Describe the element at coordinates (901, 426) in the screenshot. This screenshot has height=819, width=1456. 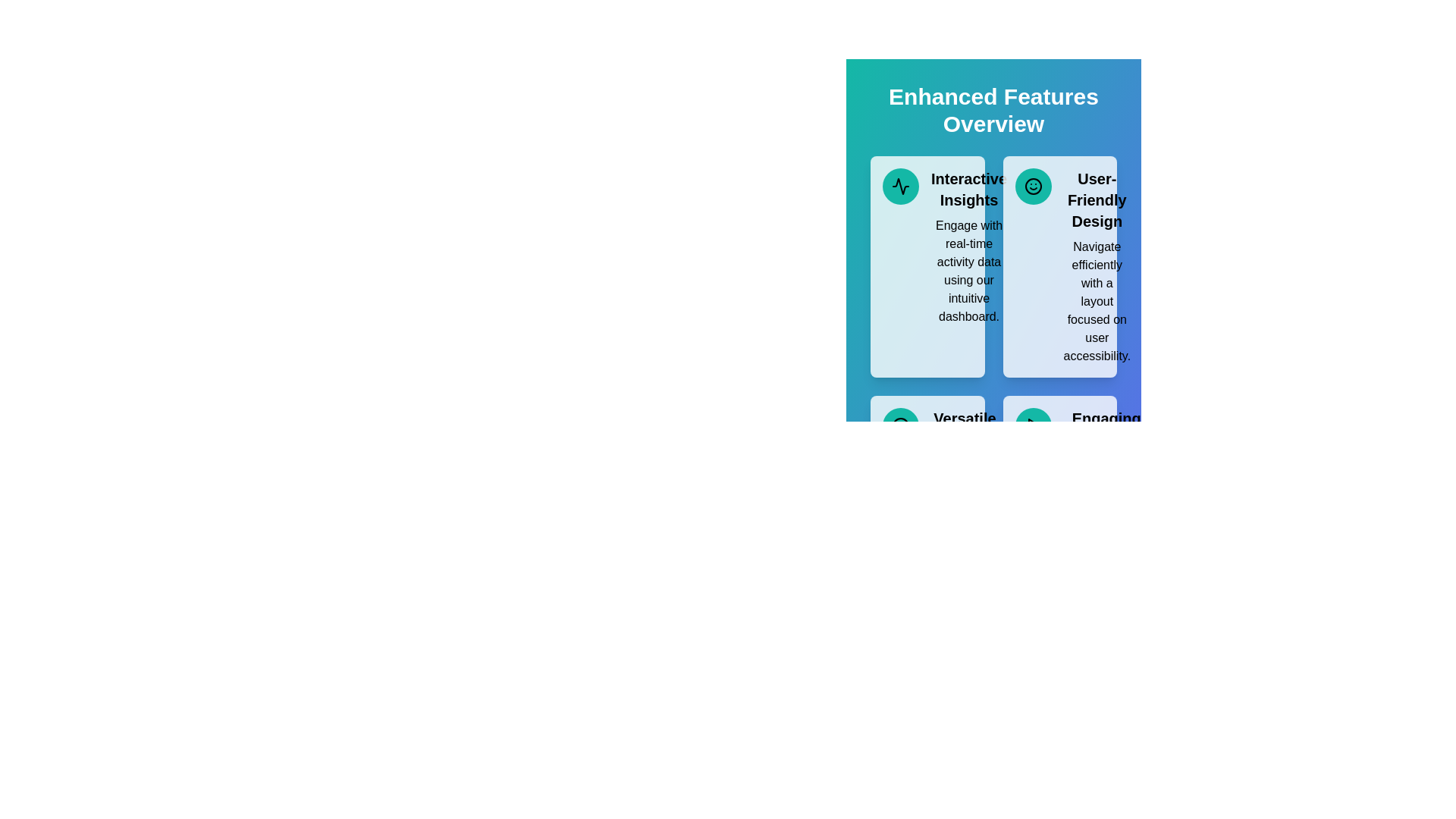
I see `the decorative SVG graphic element located within the teal circular button in the second row of feature cards, beneath the first card of the overview section` at that location.